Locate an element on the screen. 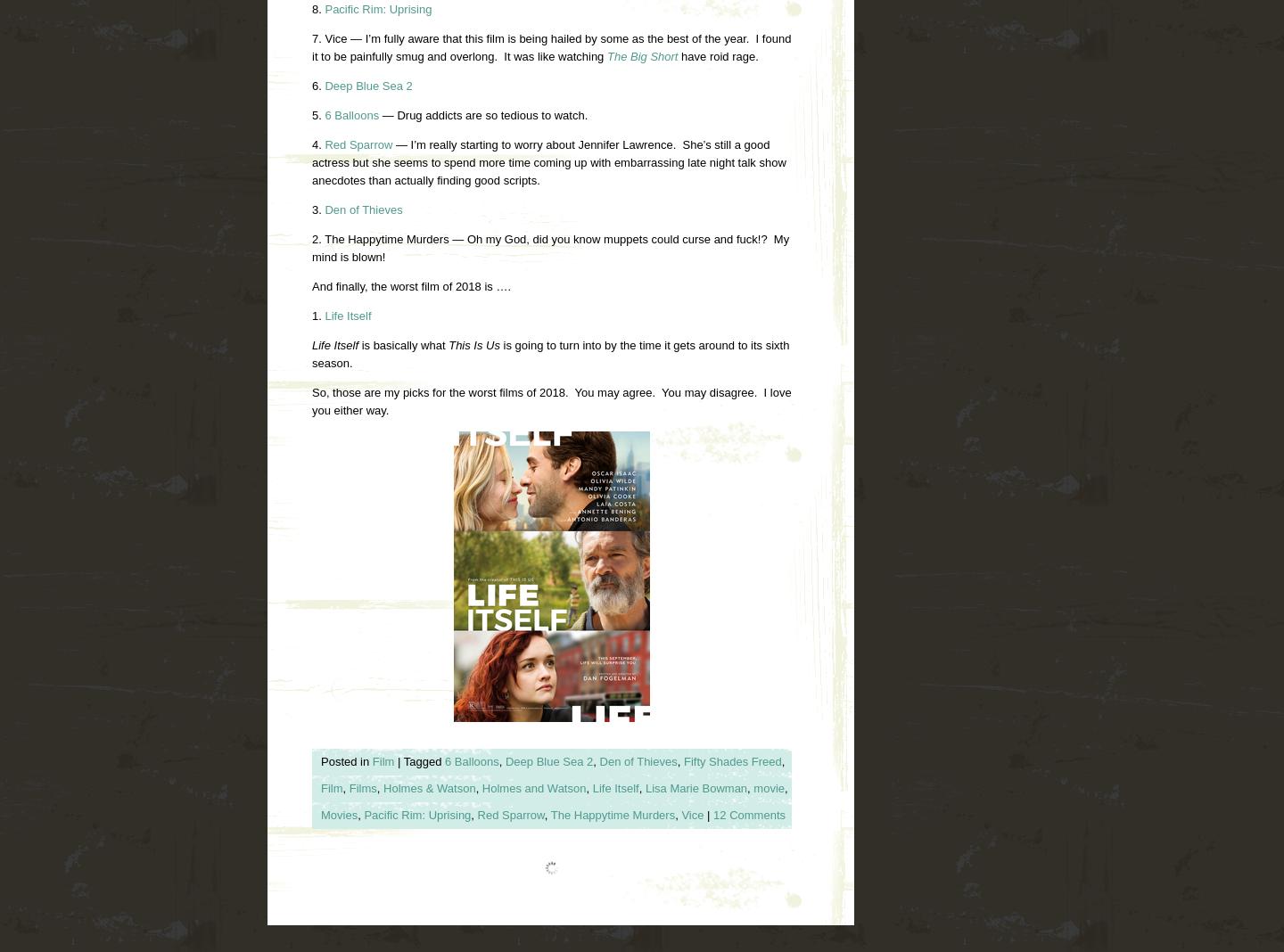  '7. Vice — I’m fully aware that this film is being hailed by some as the best of the year.  I found it to be painfully smug and overlong.  It was like watching' is located at coordinates (550, 45).